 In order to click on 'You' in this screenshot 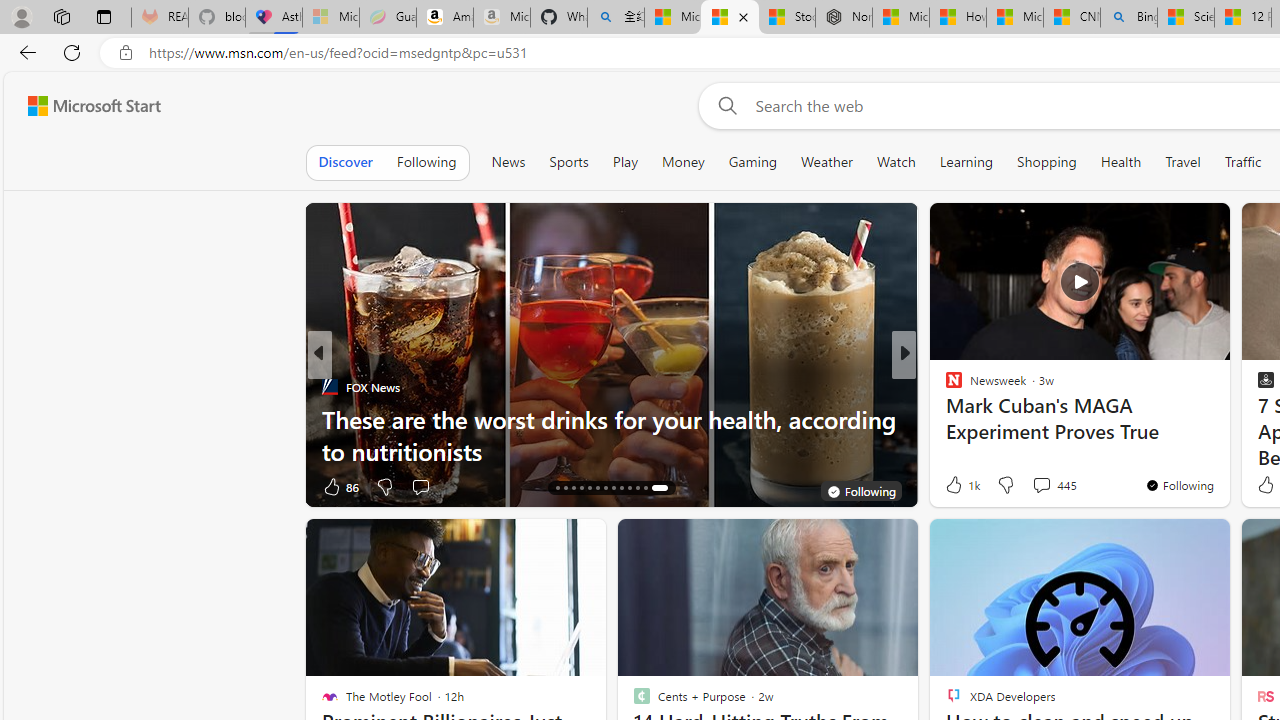, I will do `click(1179, 485)`.